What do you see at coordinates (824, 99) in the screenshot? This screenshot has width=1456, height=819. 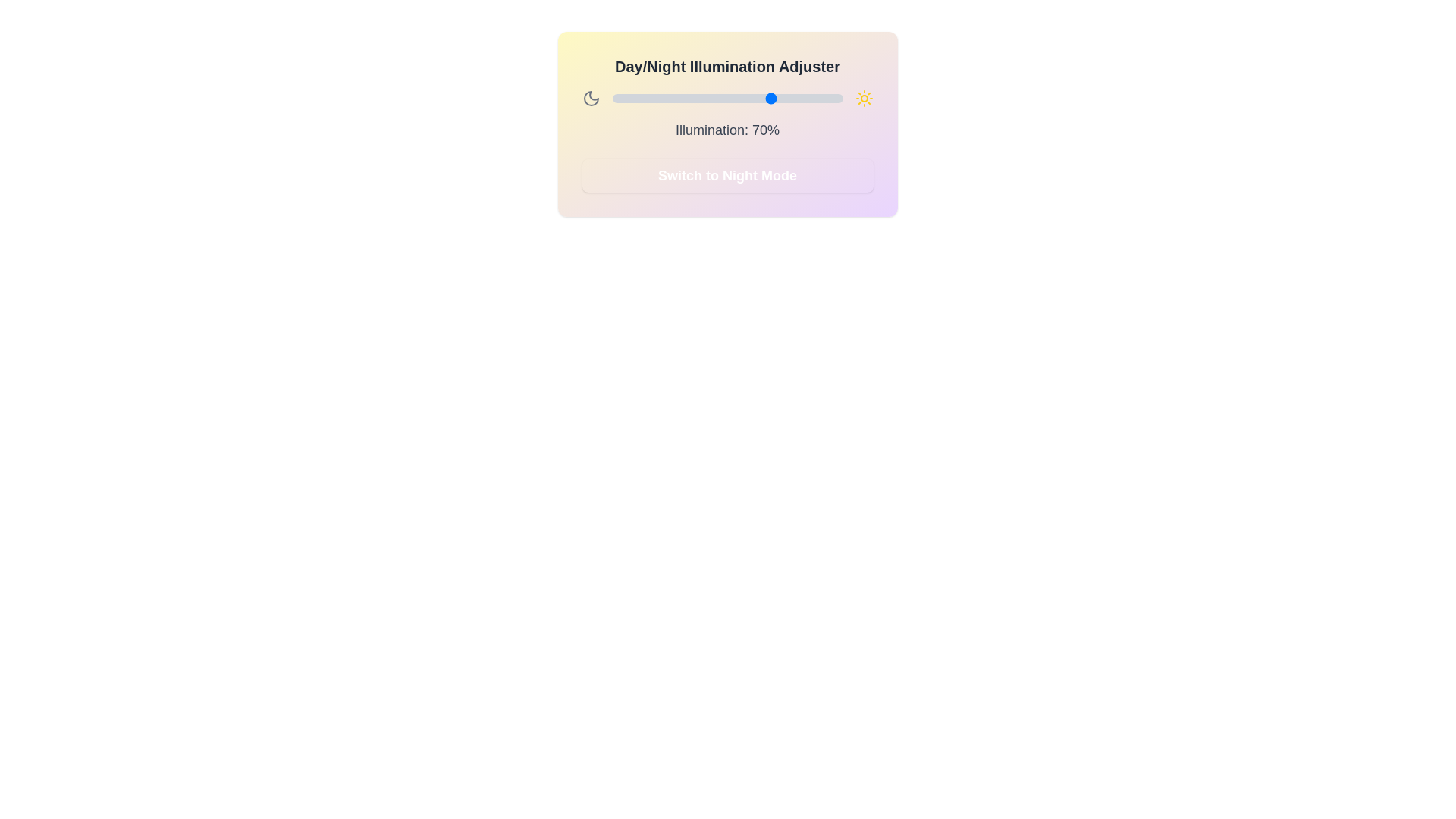 I see `the illumination level to 92% by dragging the slider` at bounding box center [824, 99].